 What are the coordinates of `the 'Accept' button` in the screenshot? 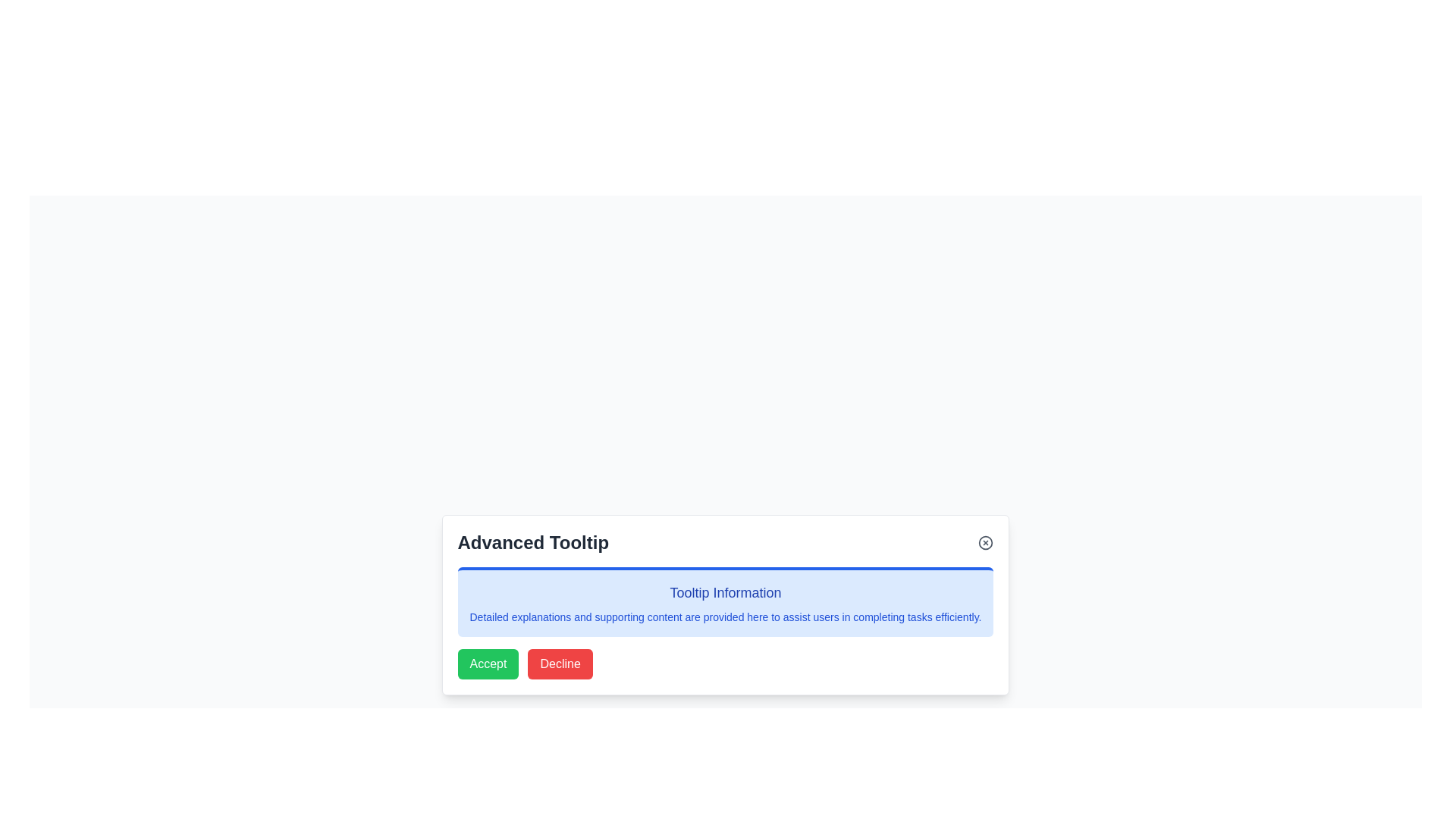 It's located at (488, 663).